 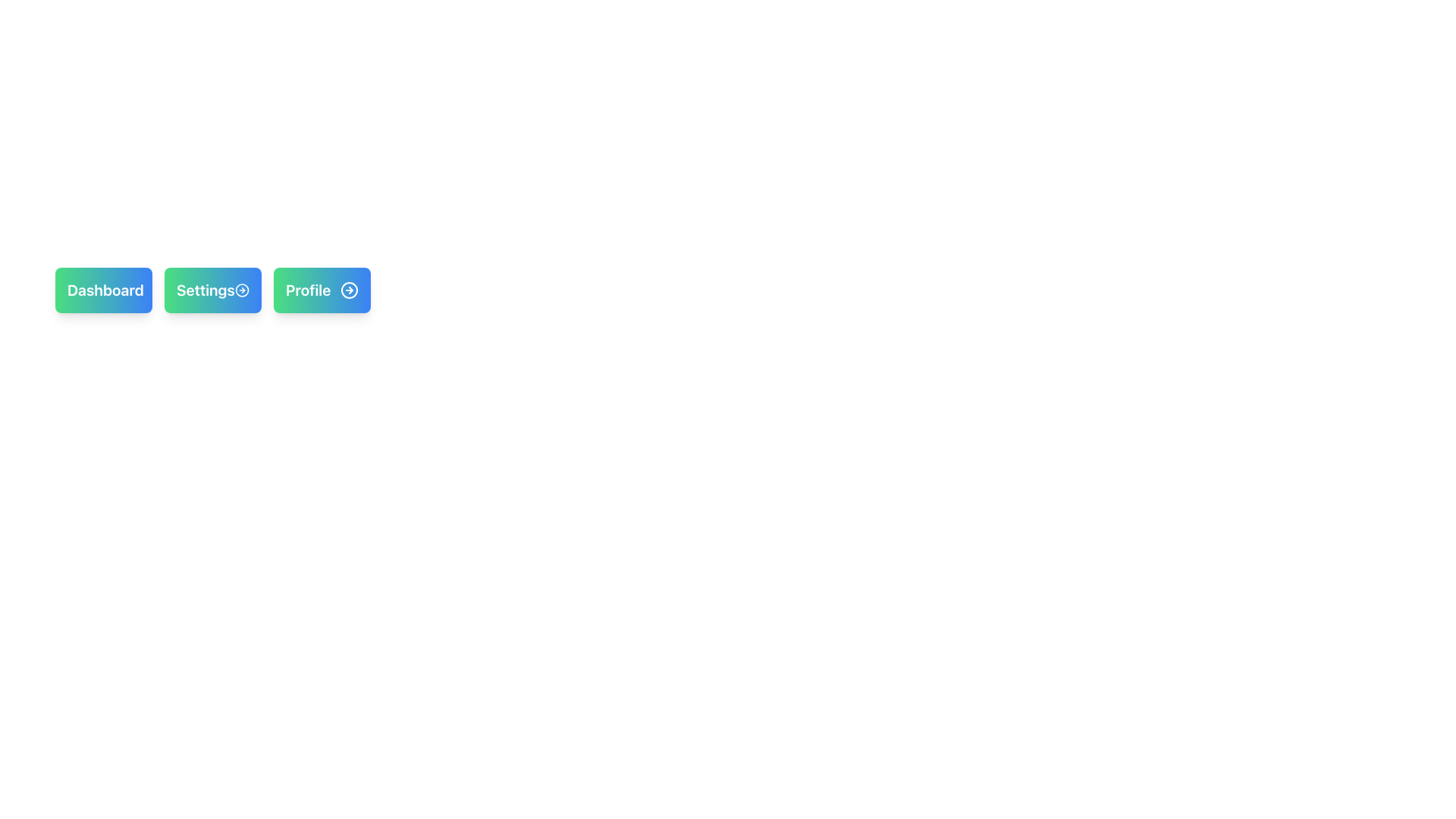 What do you see at coordinates (322, 290) in the screenshot?
I see `the 'Profile' button, which is a rectangular button with a gradient green to blue background and contains the text 'Profile' in white, bold, sans-serif font, along with a white right-arrow icon on its right side` at bounding box center [322, 290].